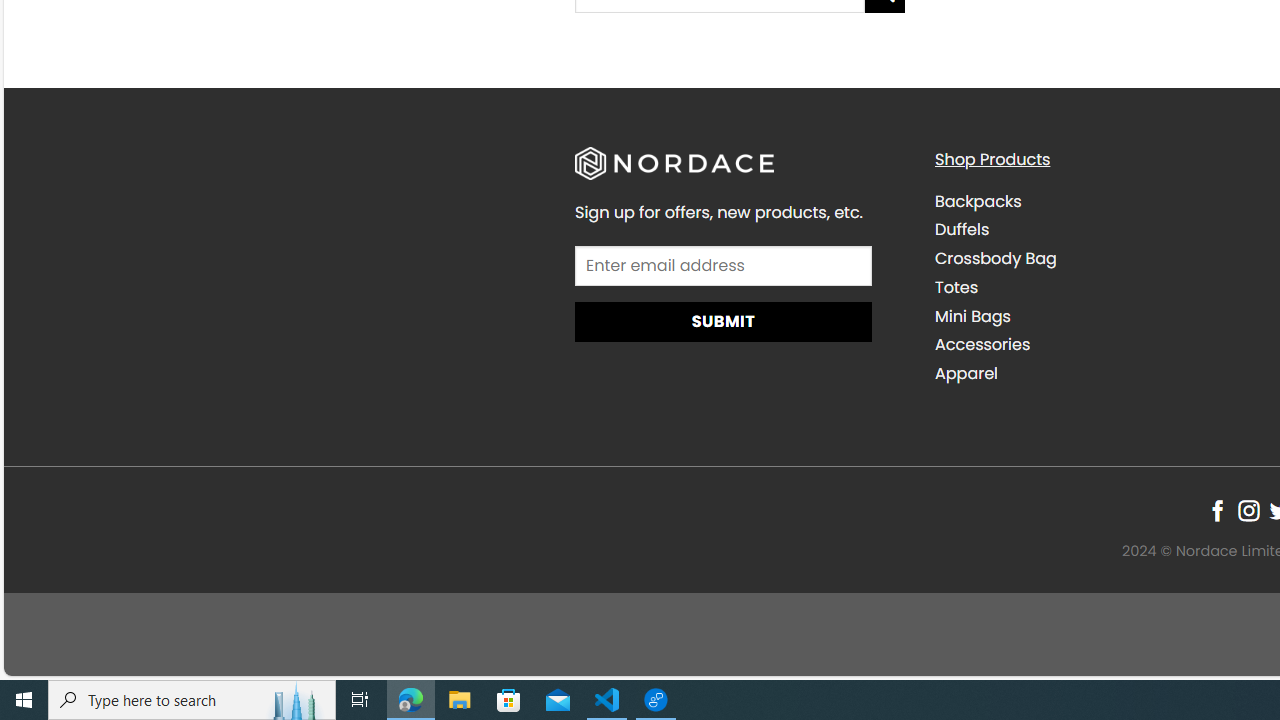 The image size is (1280, 720). I want to click on 'Mini Bags', so click(972, 315).